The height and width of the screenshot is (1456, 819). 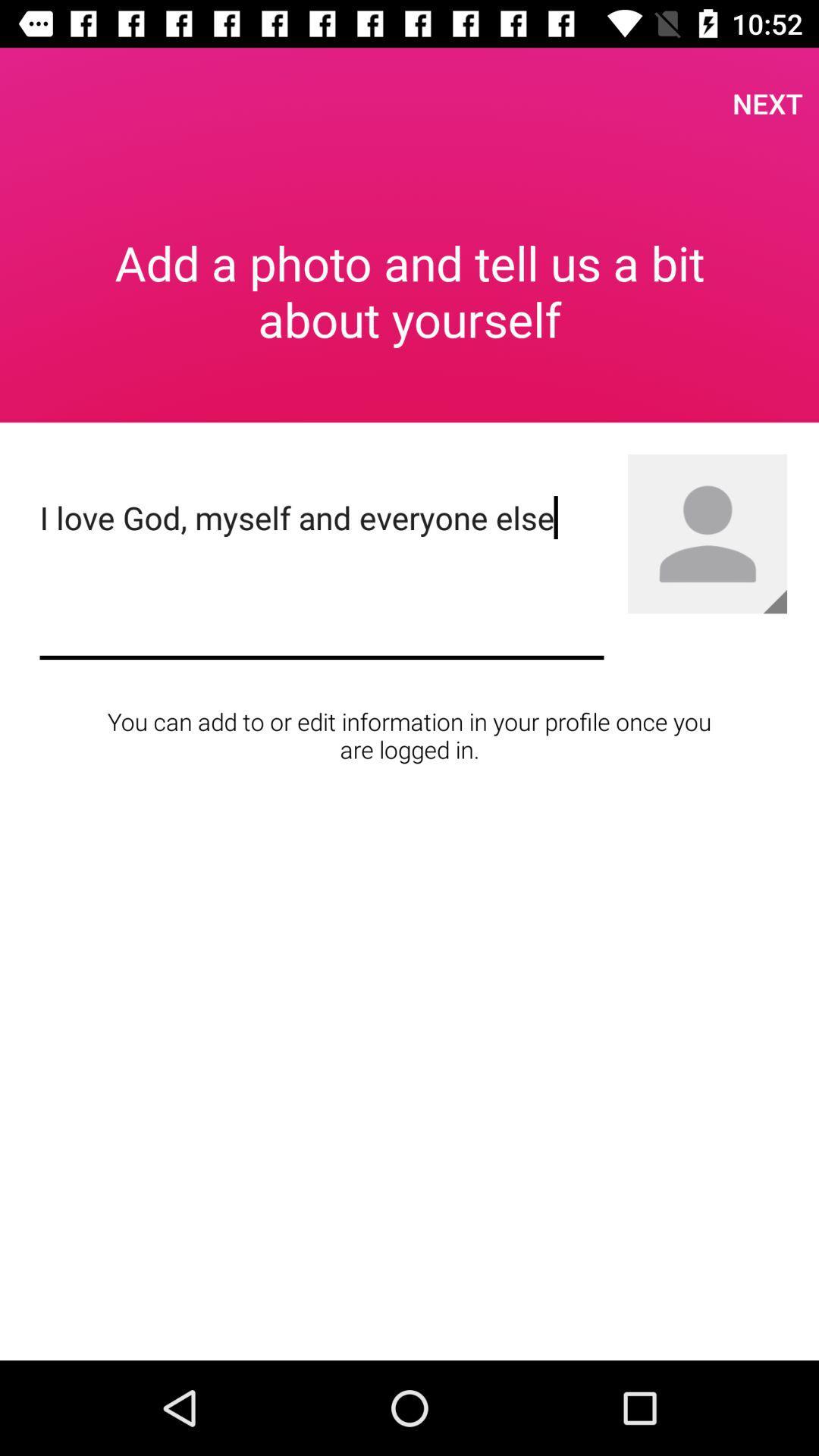 I want to click on item below the add a photo item, so click(x=321, y=573).